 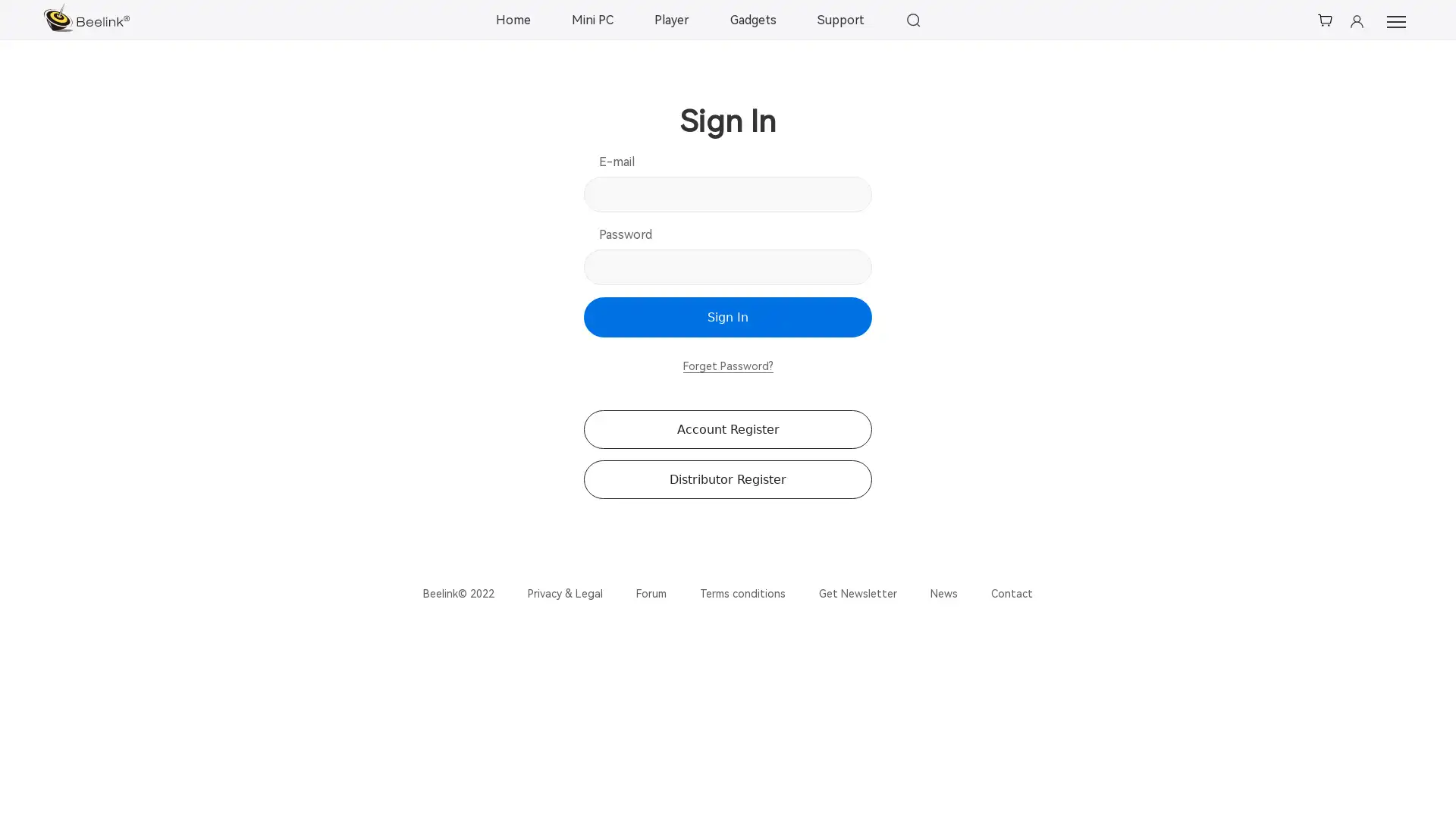 I want to click on Account Register, so click(x=728, y=429).